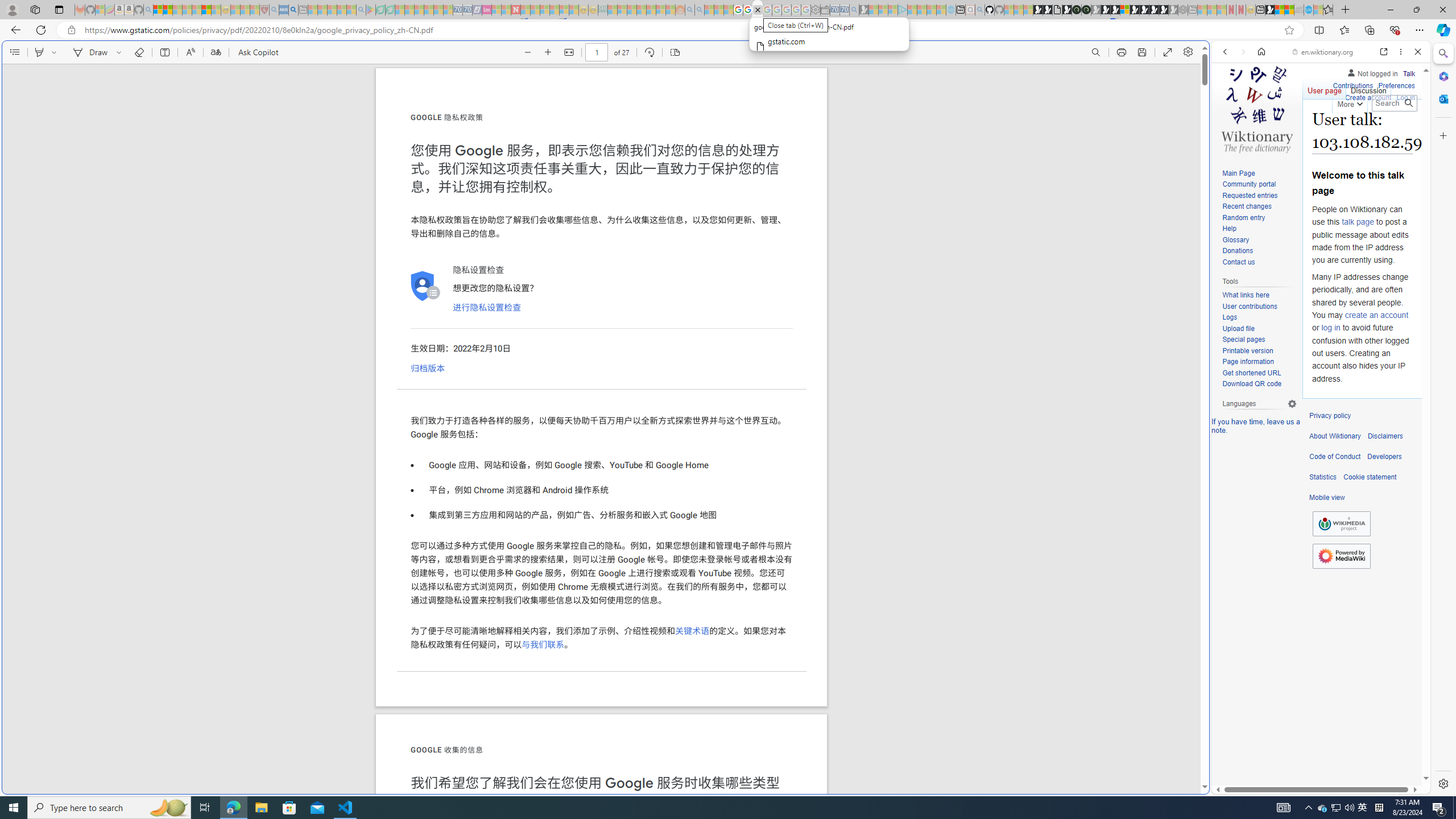 The width and height of the screenshot is (1456, 819). Describe the element at coordinates (1230, 102) in the screenshot. I see `'Web scope'` at that location.